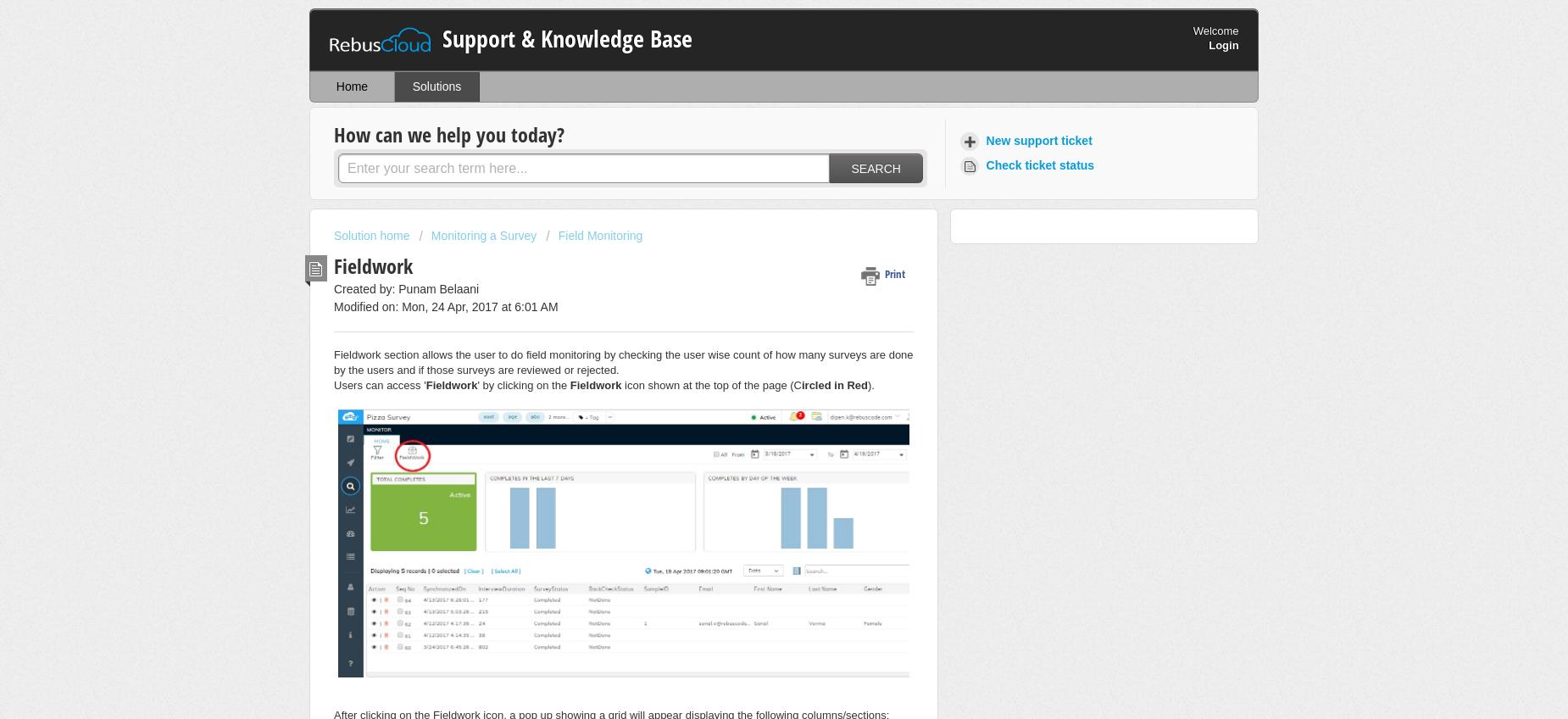 This screenshot has width=1568, height=719. I want to click on 'How can we help you today?', so click(449, 133).